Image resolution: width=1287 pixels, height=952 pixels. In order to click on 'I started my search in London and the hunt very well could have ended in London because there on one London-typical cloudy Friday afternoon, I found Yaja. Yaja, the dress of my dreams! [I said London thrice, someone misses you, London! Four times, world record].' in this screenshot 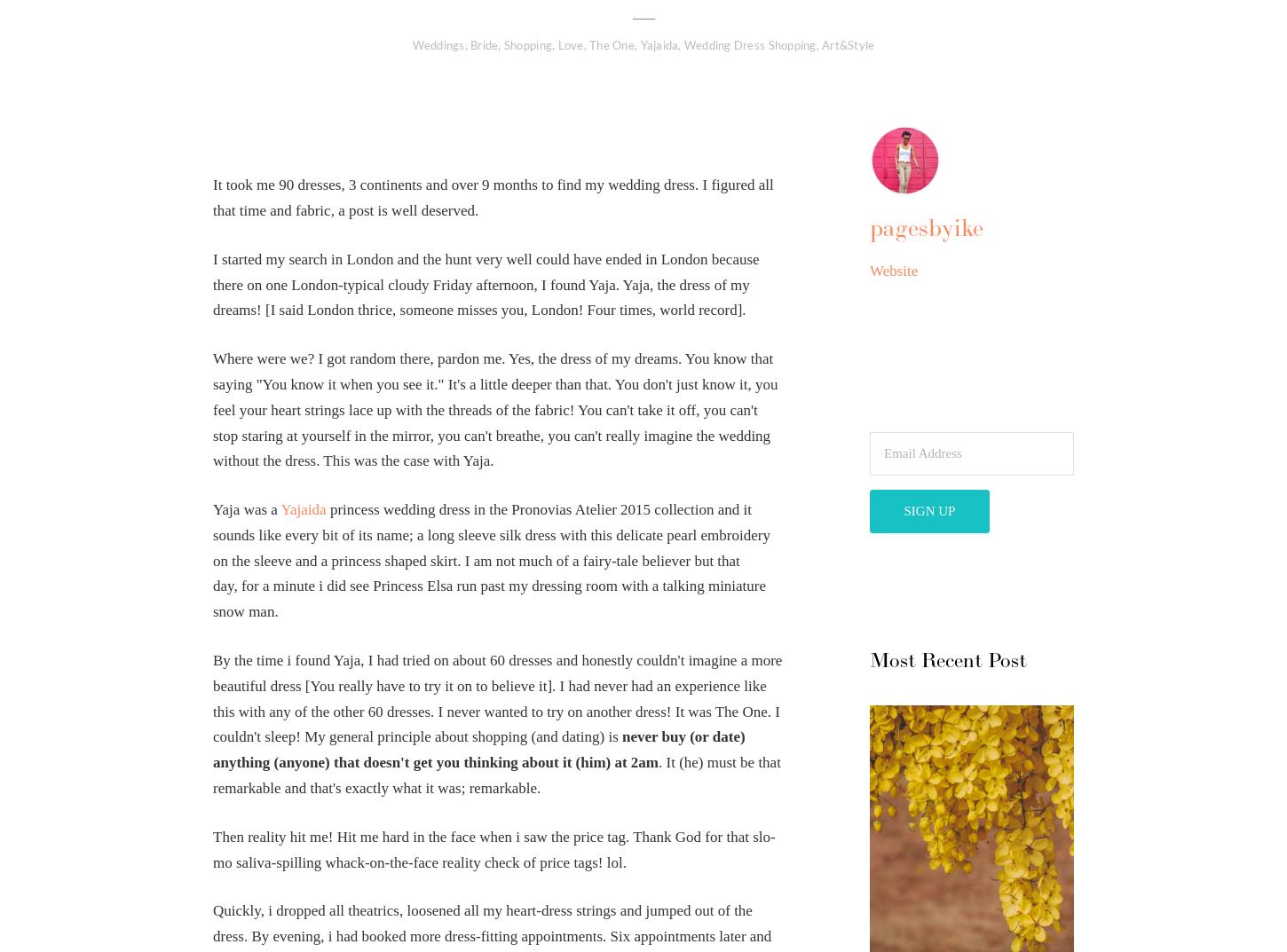, I will do `click(486, 284)`.